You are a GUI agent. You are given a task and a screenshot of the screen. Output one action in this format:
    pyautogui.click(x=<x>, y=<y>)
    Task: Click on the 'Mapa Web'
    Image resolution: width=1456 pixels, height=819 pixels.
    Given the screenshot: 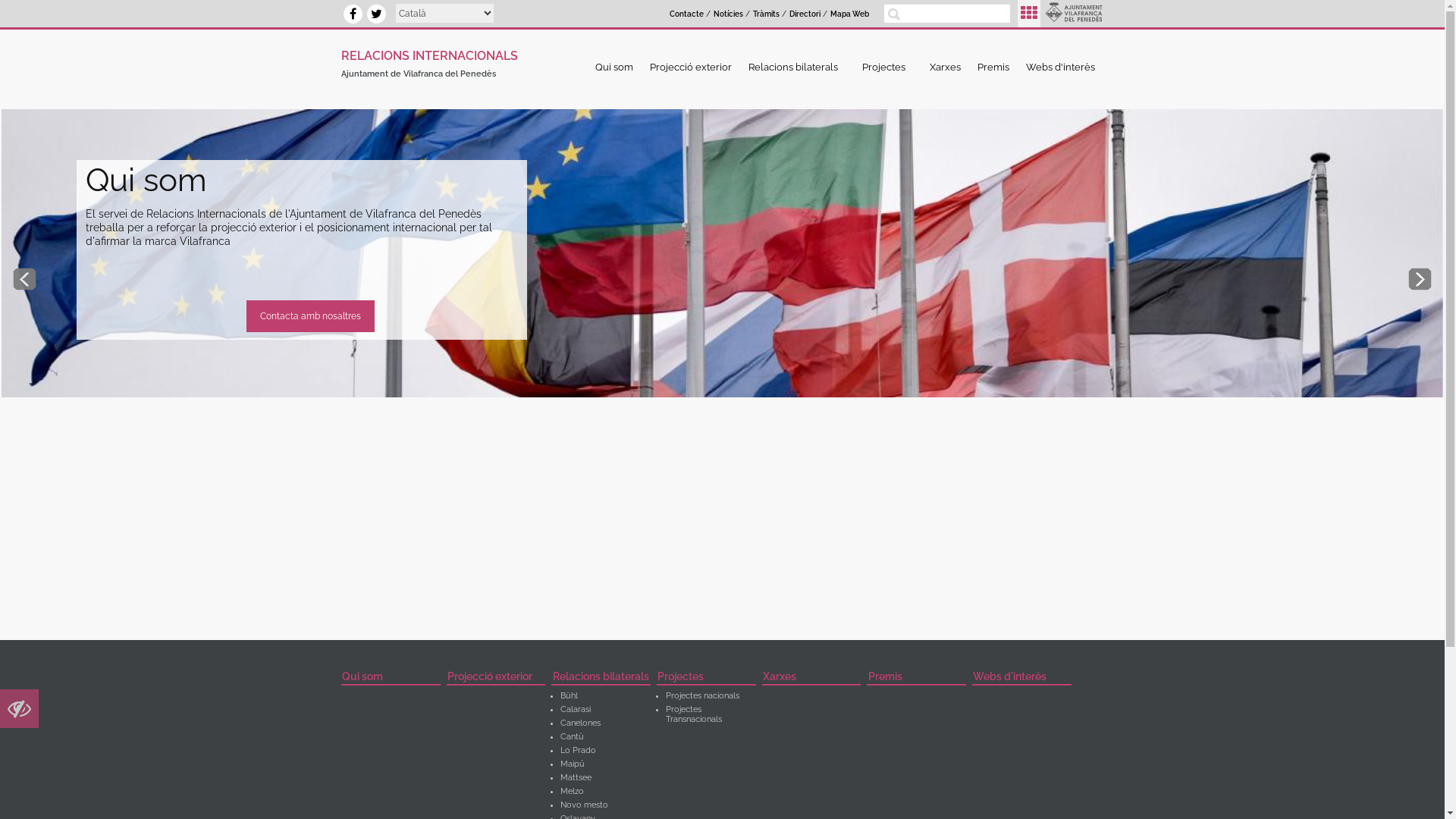 What is the action you would take?
    pyautogui.click(x=849, y=14)
    